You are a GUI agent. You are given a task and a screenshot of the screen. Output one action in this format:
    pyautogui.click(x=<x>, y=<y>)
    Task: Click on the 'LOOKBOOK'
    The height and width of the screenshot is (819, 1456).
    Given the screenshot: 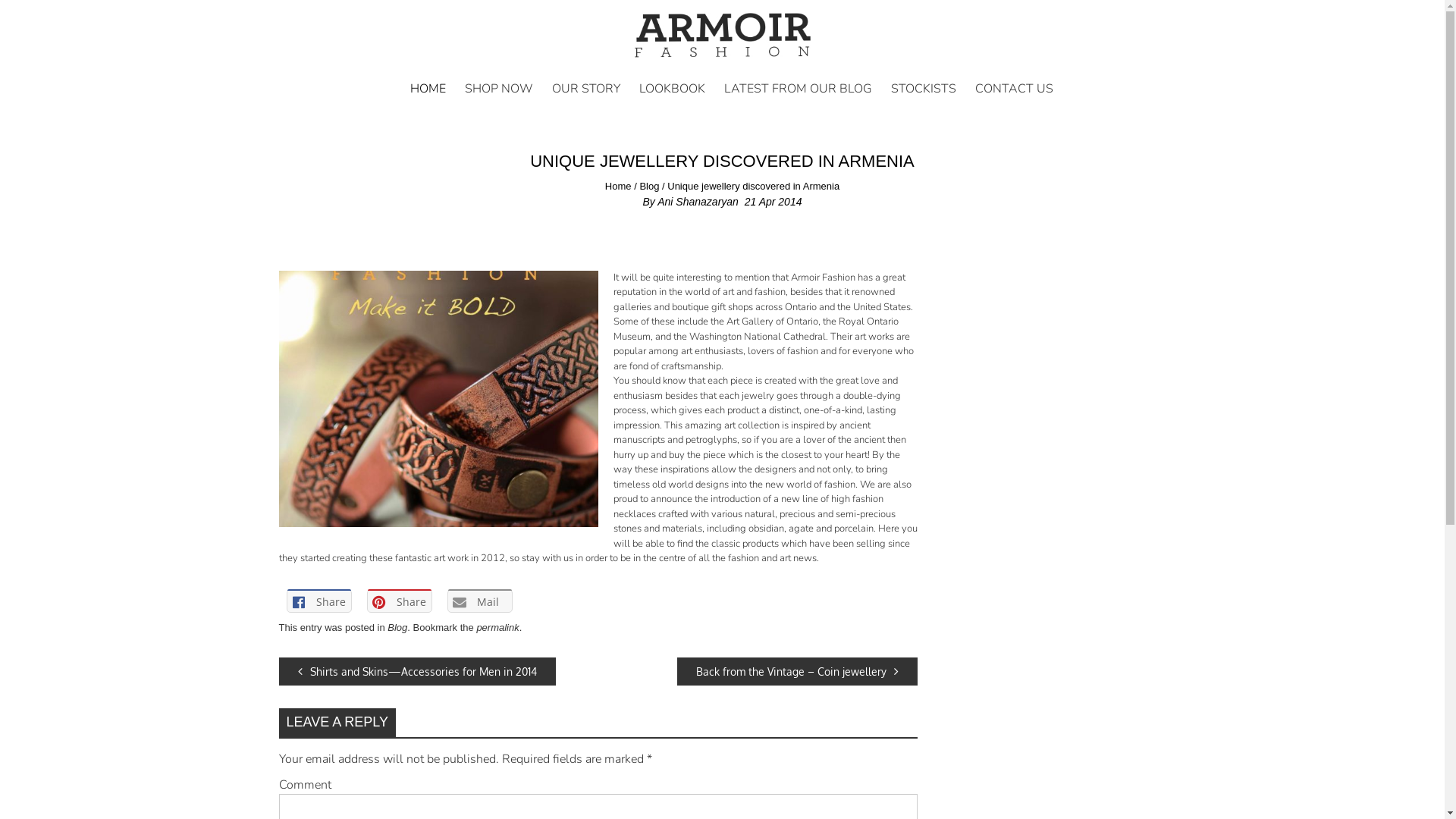 What is the action you would take?
    pyautogui.click(x=671, y=88)
    